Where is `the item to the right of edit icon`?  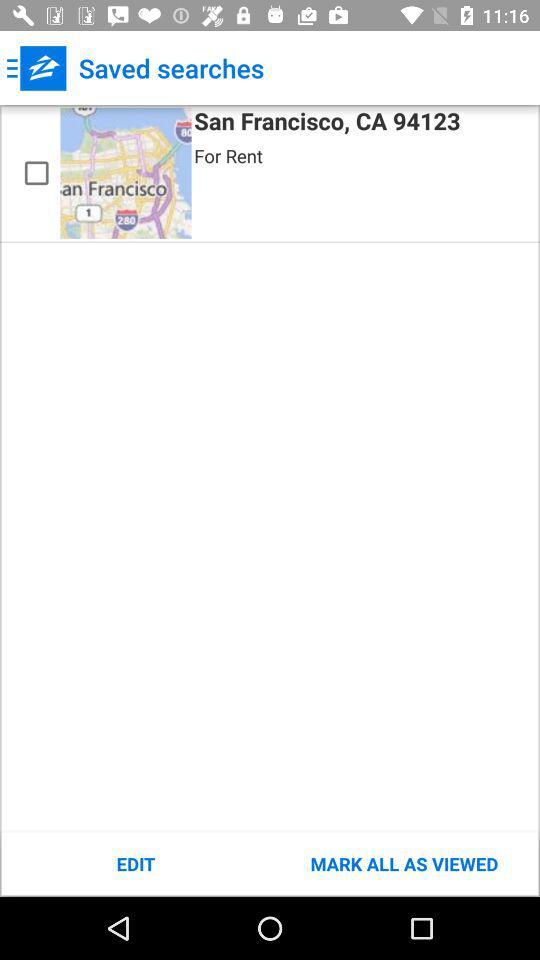 the item to the right of edit icon is located at coordinates (404, 863).